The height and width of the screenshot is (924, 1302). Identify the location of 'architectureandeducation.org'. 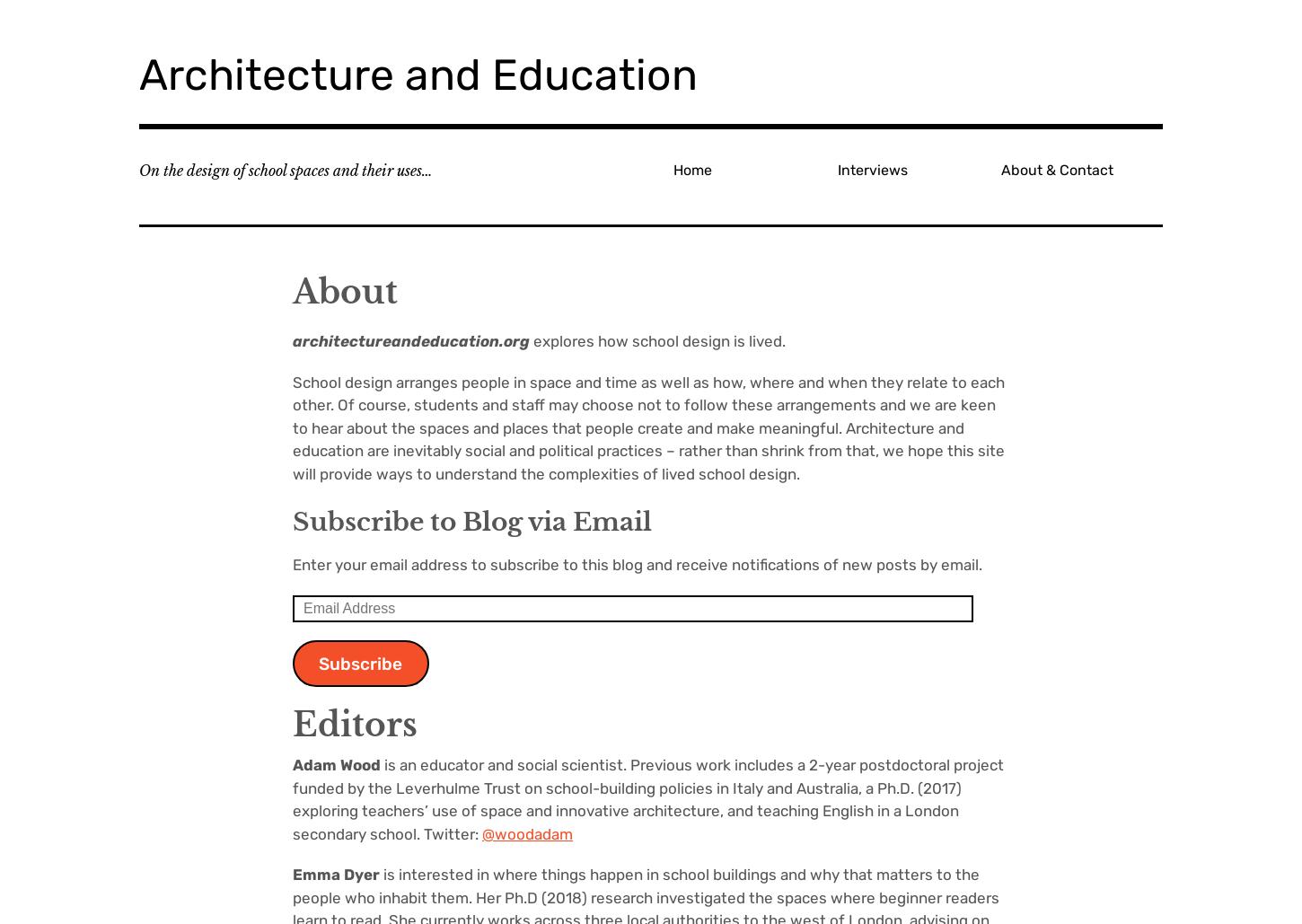
(410, 340).